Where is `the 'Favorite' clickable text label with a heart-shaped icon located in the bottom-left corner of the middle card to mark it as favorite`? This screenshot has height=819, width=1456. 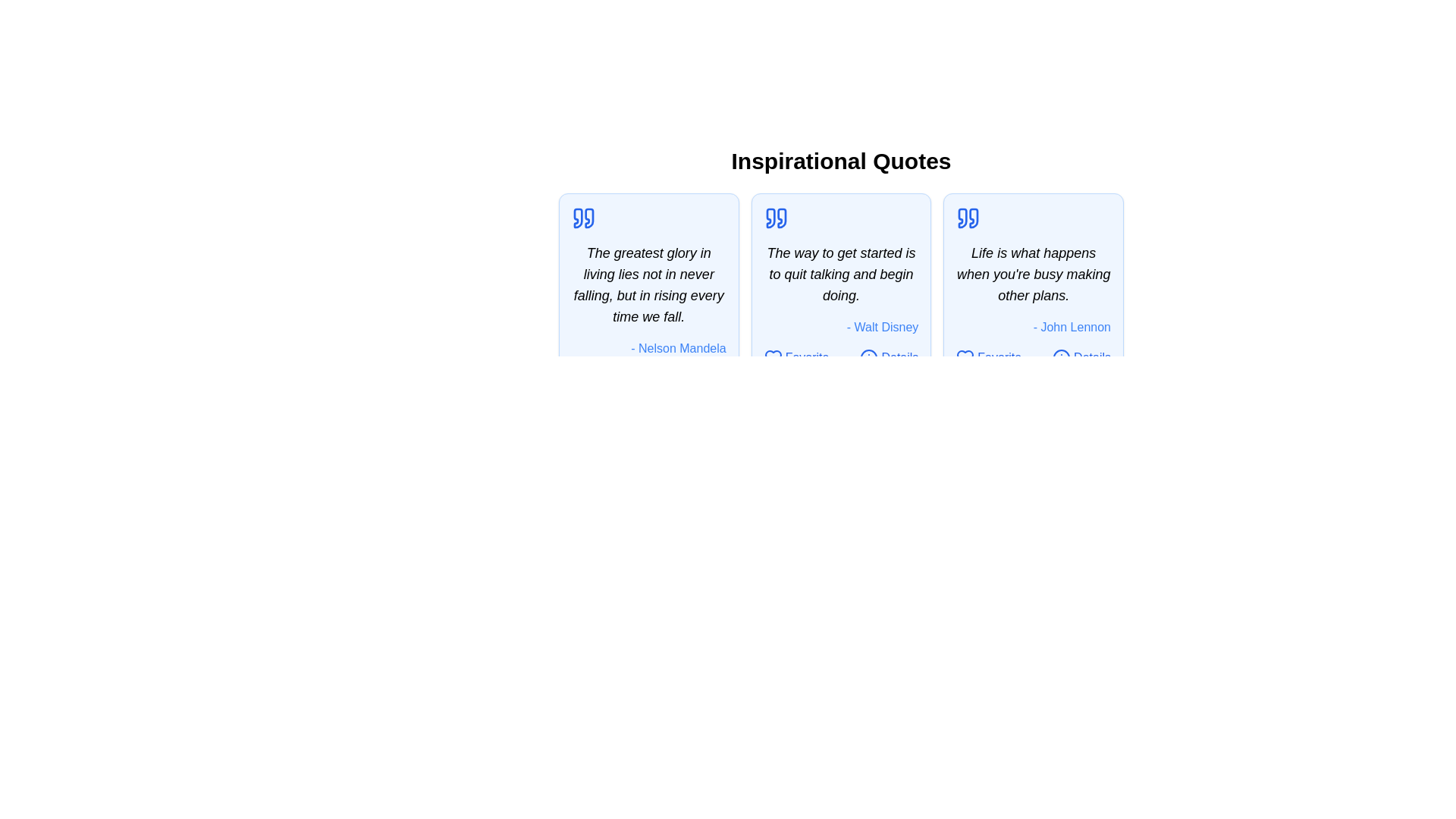
the 'Favorite' clickable text label with a heart-shaped icon located in the bottom-left corner of the middle card to mark it as favorite is located at coordinates (795, 357).